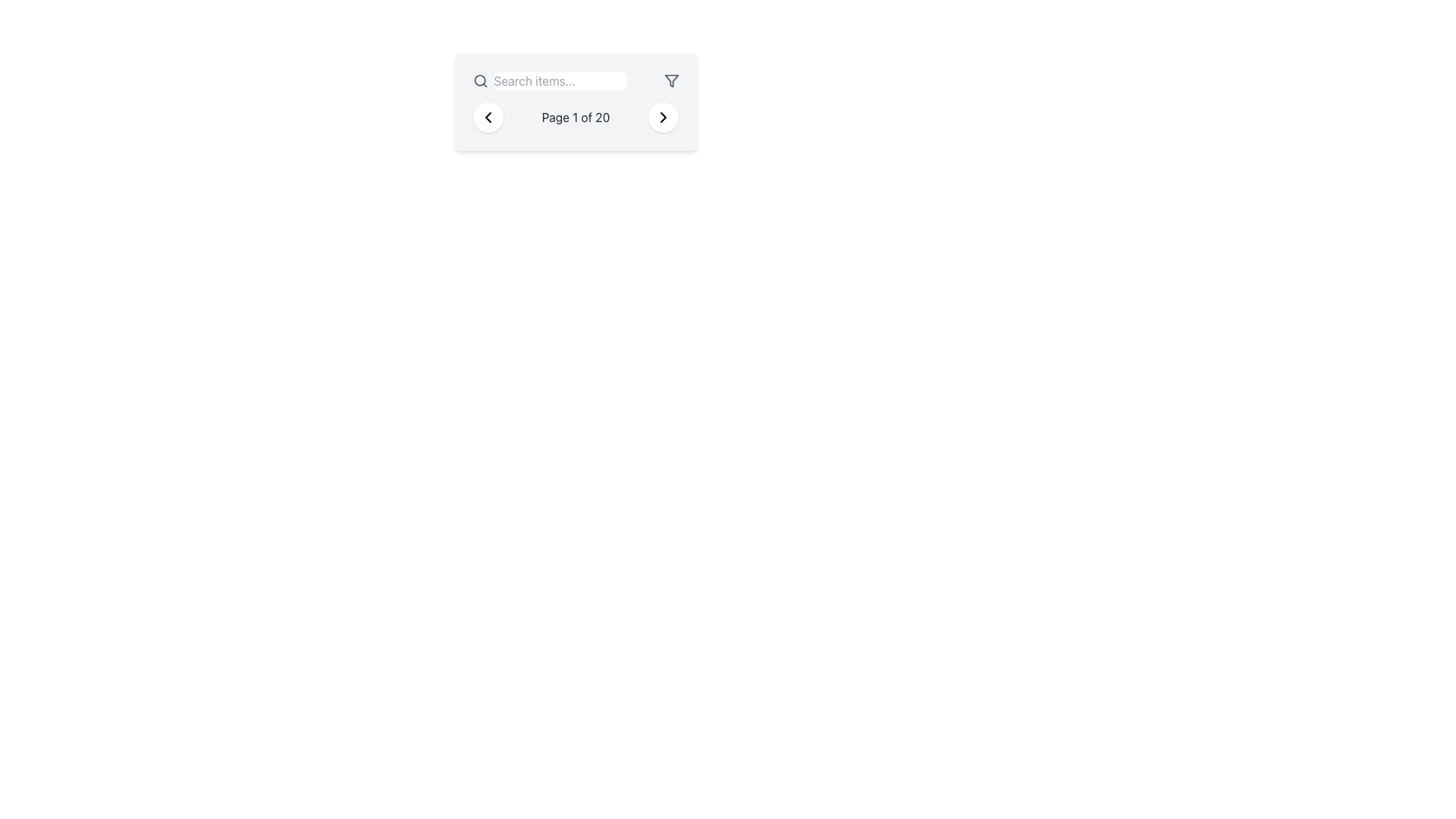 Image resolution: width=1456 pixels, height=819 pixels. I want to click on the right-pointing chevron symbol icon located in the functional toolbar, so click(664, 116).